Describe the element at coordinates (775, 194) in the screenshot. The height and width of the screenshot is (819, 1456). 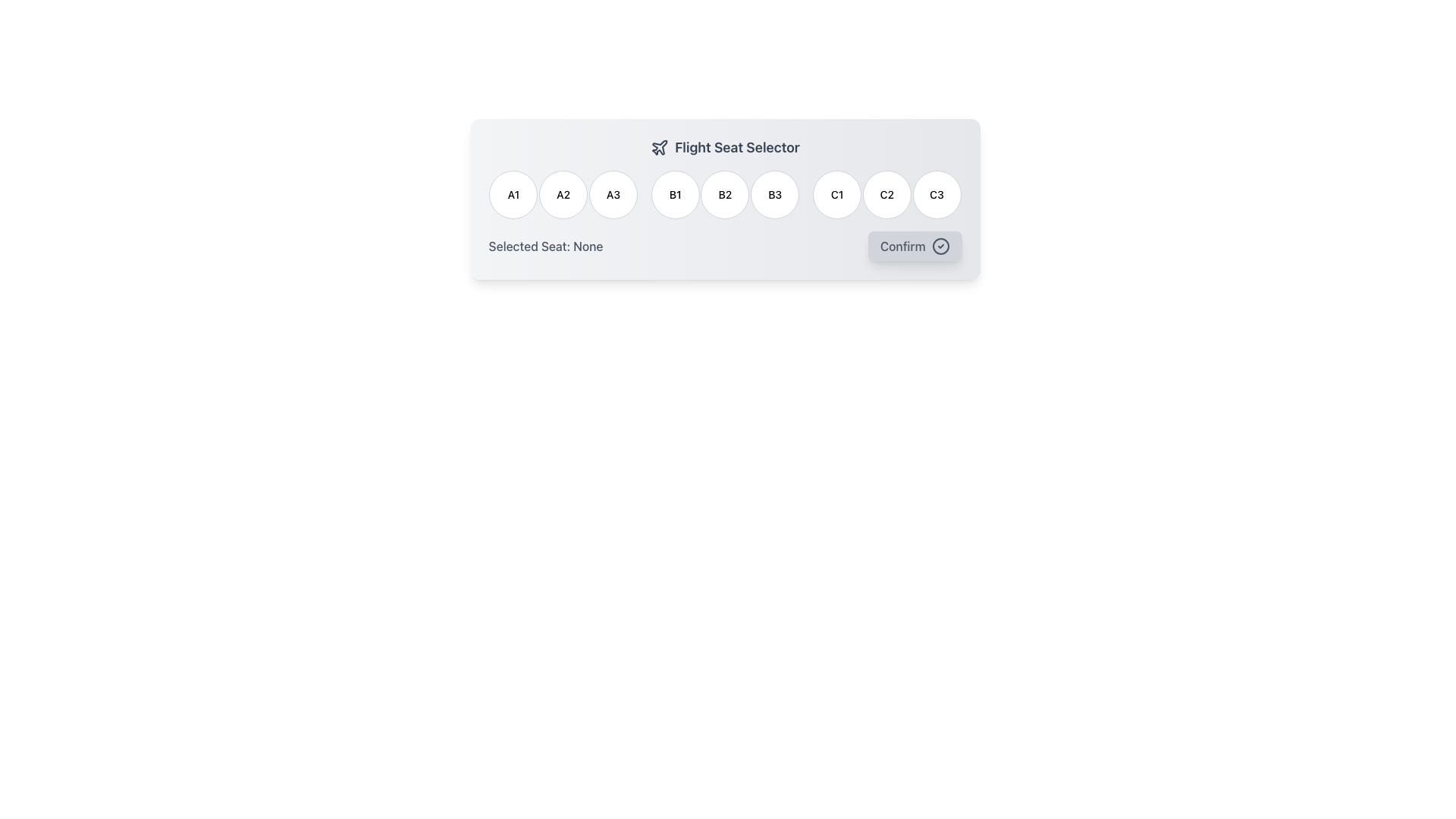
I see `the circular button labeled 'B3' which has a white background and gray border` at that location.